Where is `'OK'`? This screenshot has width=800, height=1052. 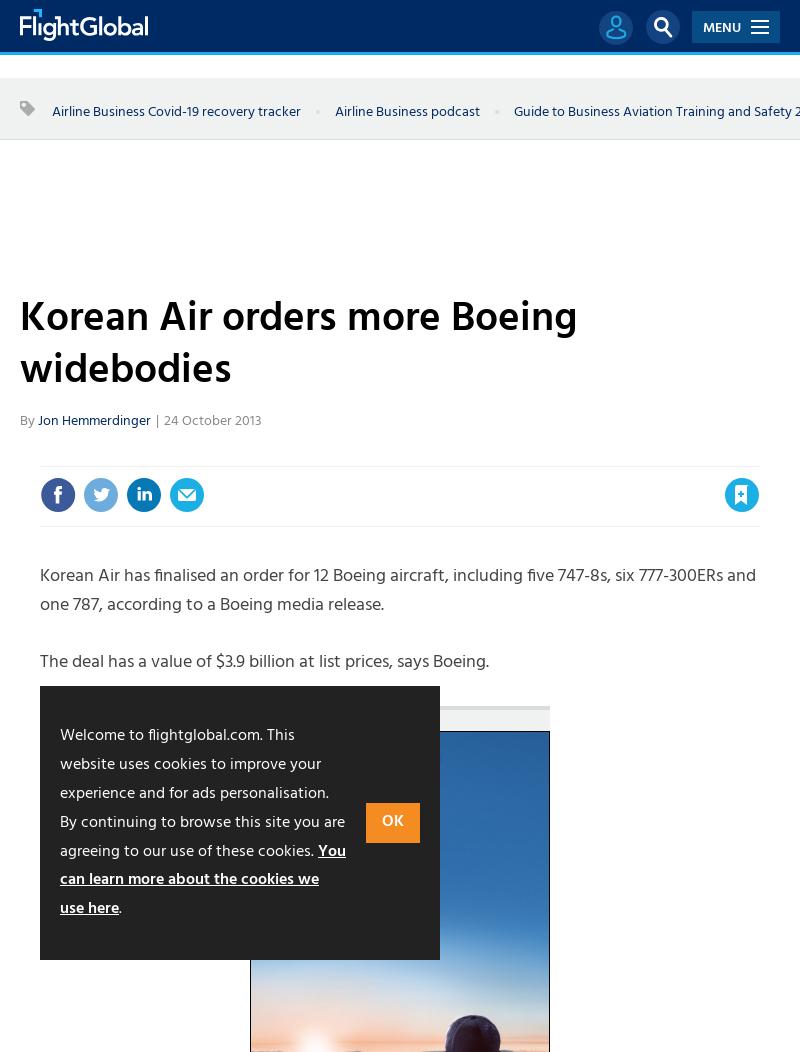
'OK' is located at coordinates (381, 822).